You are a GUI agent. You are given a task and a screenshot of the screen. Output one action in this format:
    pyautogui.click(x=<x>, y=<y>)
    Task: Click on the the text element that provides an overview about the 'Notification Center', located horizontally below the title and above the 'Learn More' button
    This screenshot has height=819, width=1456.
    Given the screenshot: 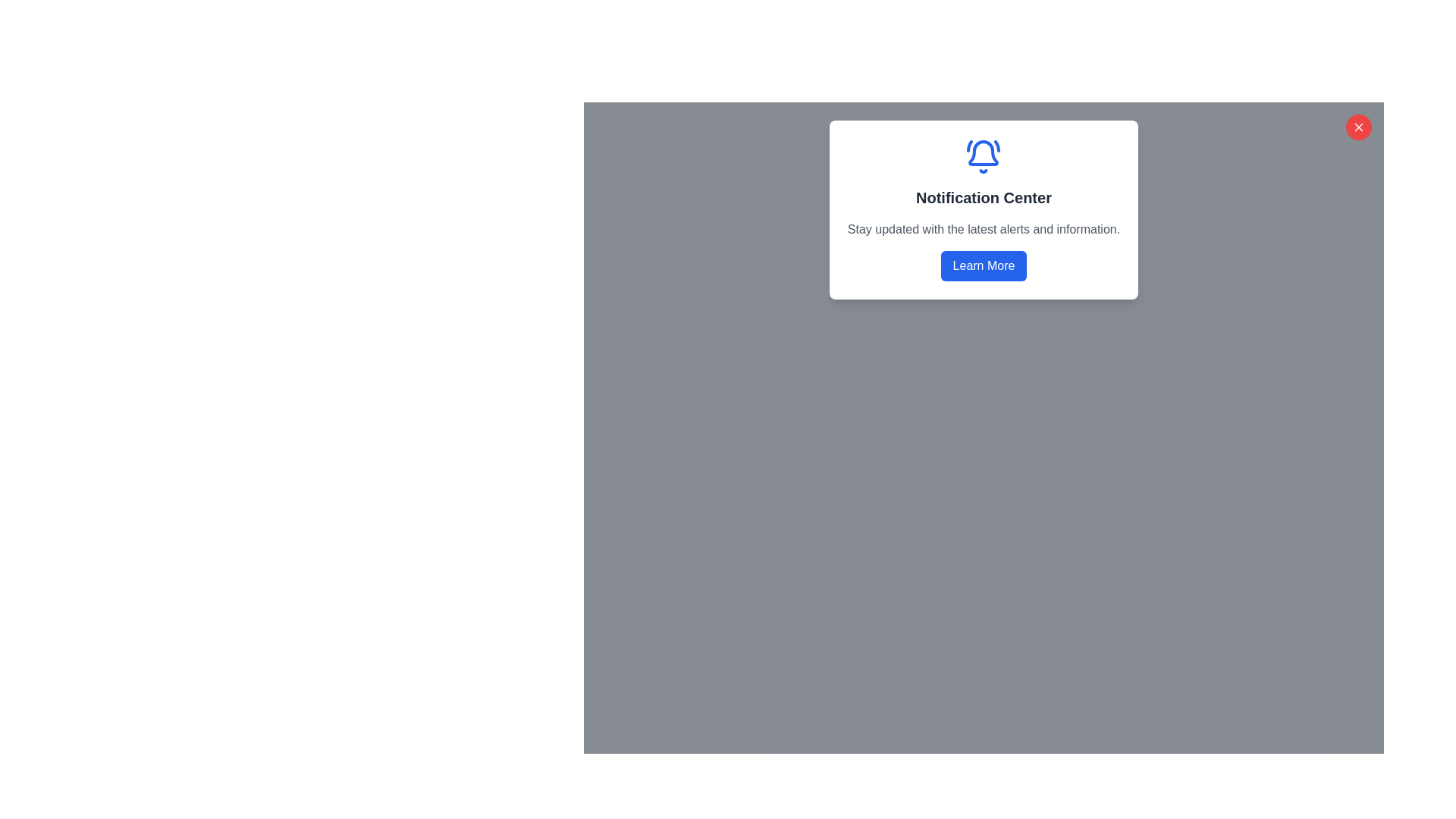 What is the action you would take?
    pyautogui.click(x=984, y=230)
    